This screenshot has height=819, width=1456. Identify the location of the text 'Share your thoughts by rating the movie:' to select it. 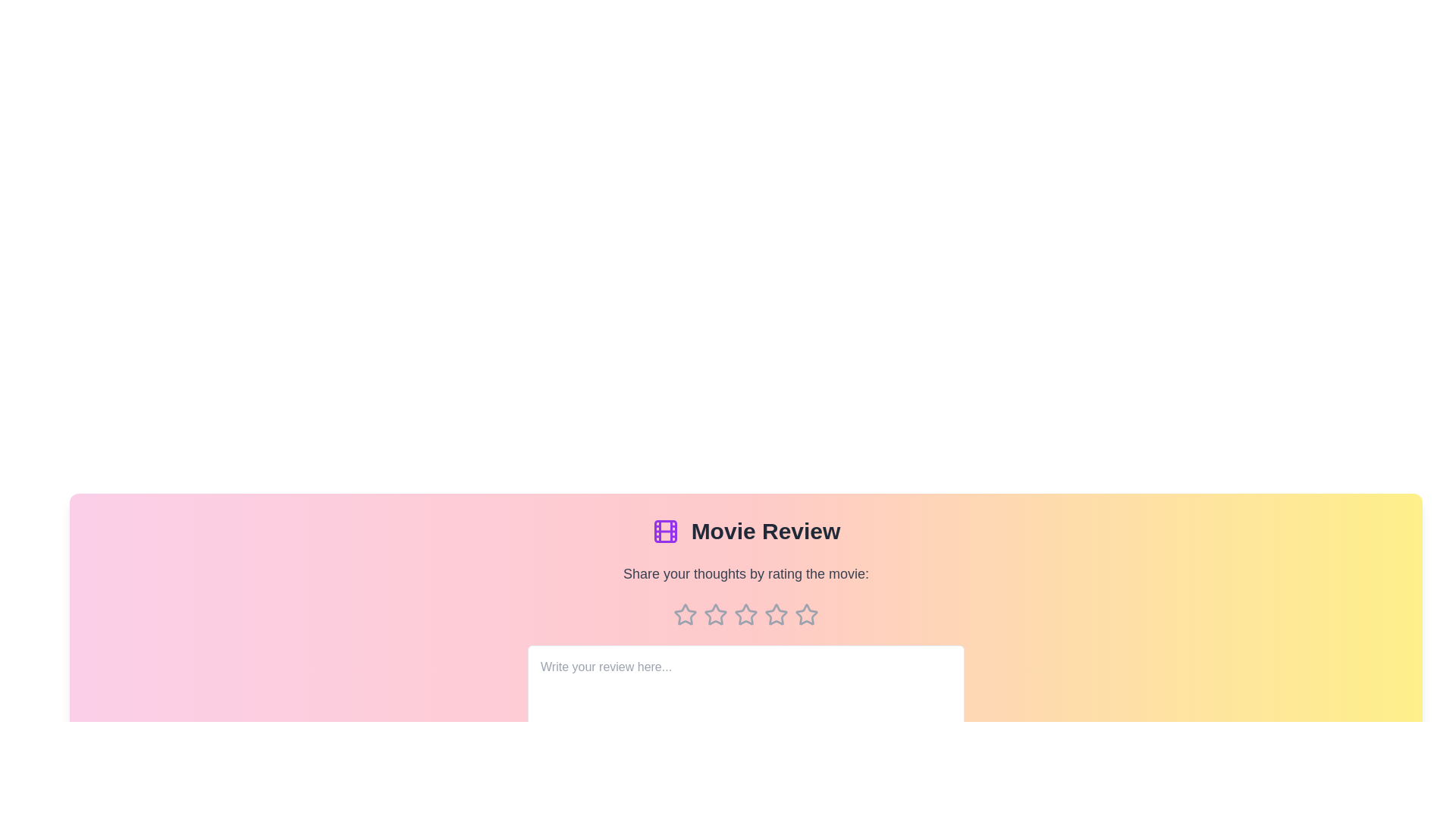
(745, 573).